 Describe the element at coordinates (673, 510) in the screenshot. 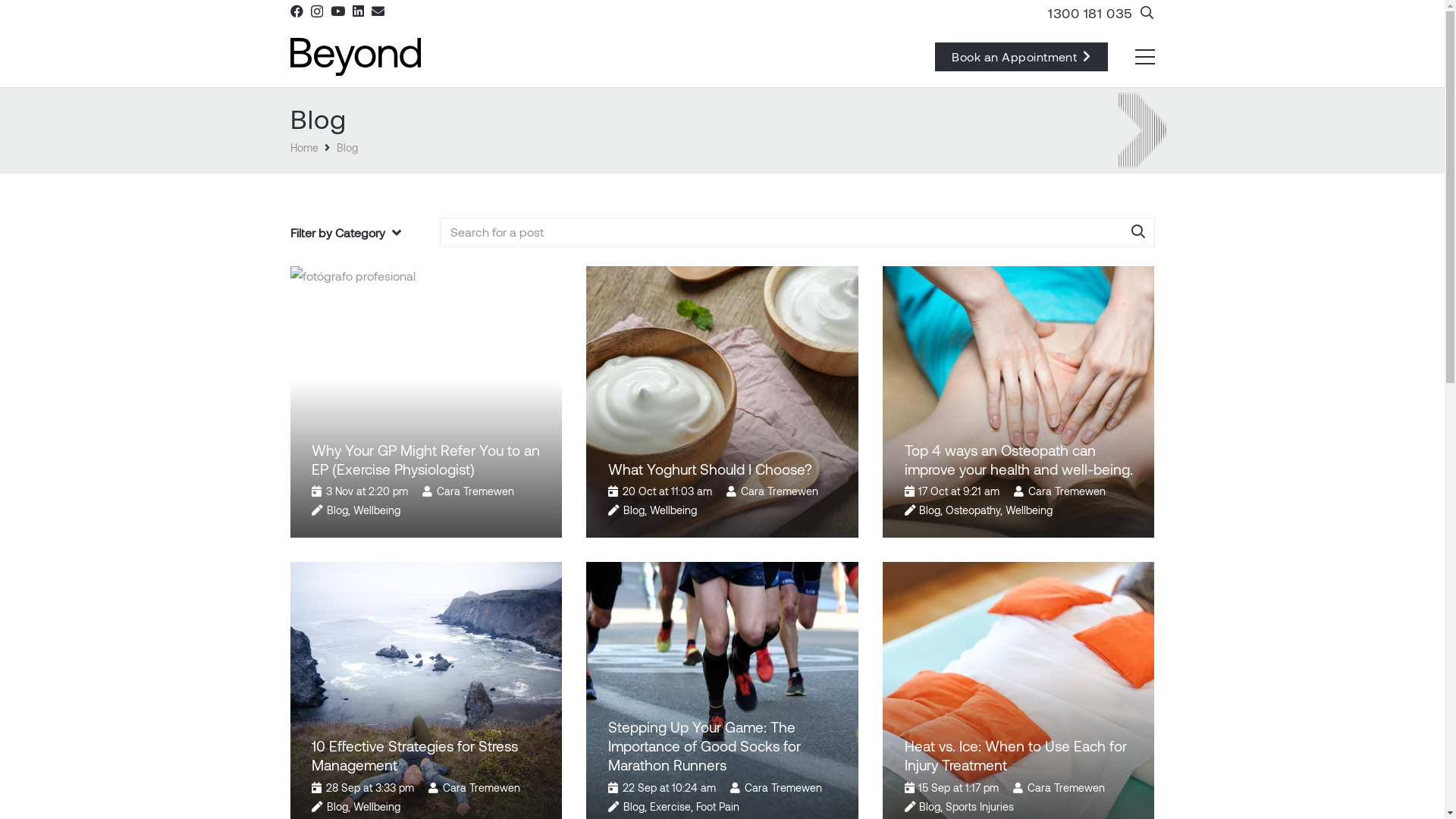

I see `'Wellbeing'` at that location.